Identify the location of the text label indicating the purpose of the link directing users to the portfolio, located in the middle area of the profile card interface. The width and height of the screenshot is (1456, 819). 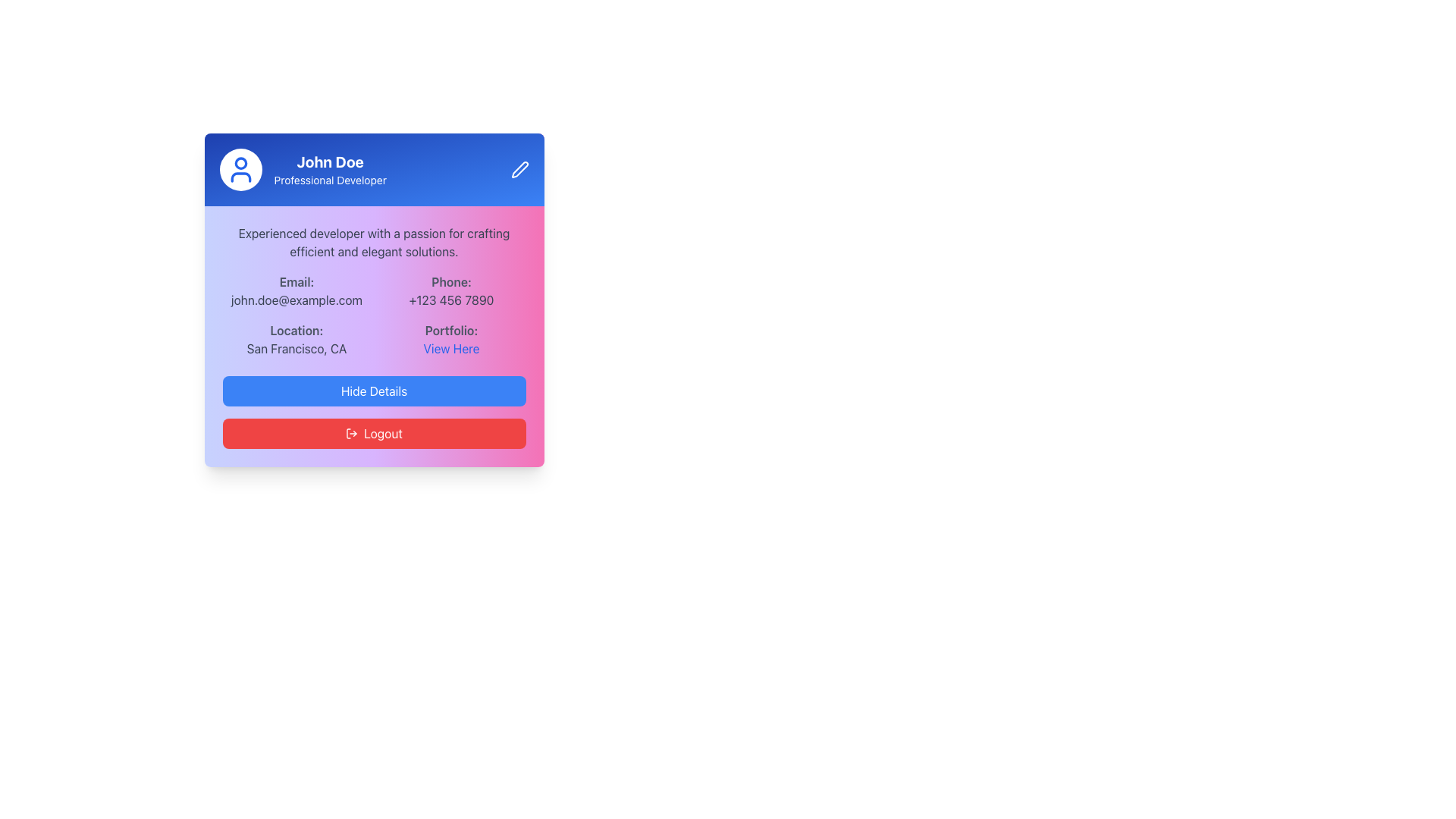
(450, 329).